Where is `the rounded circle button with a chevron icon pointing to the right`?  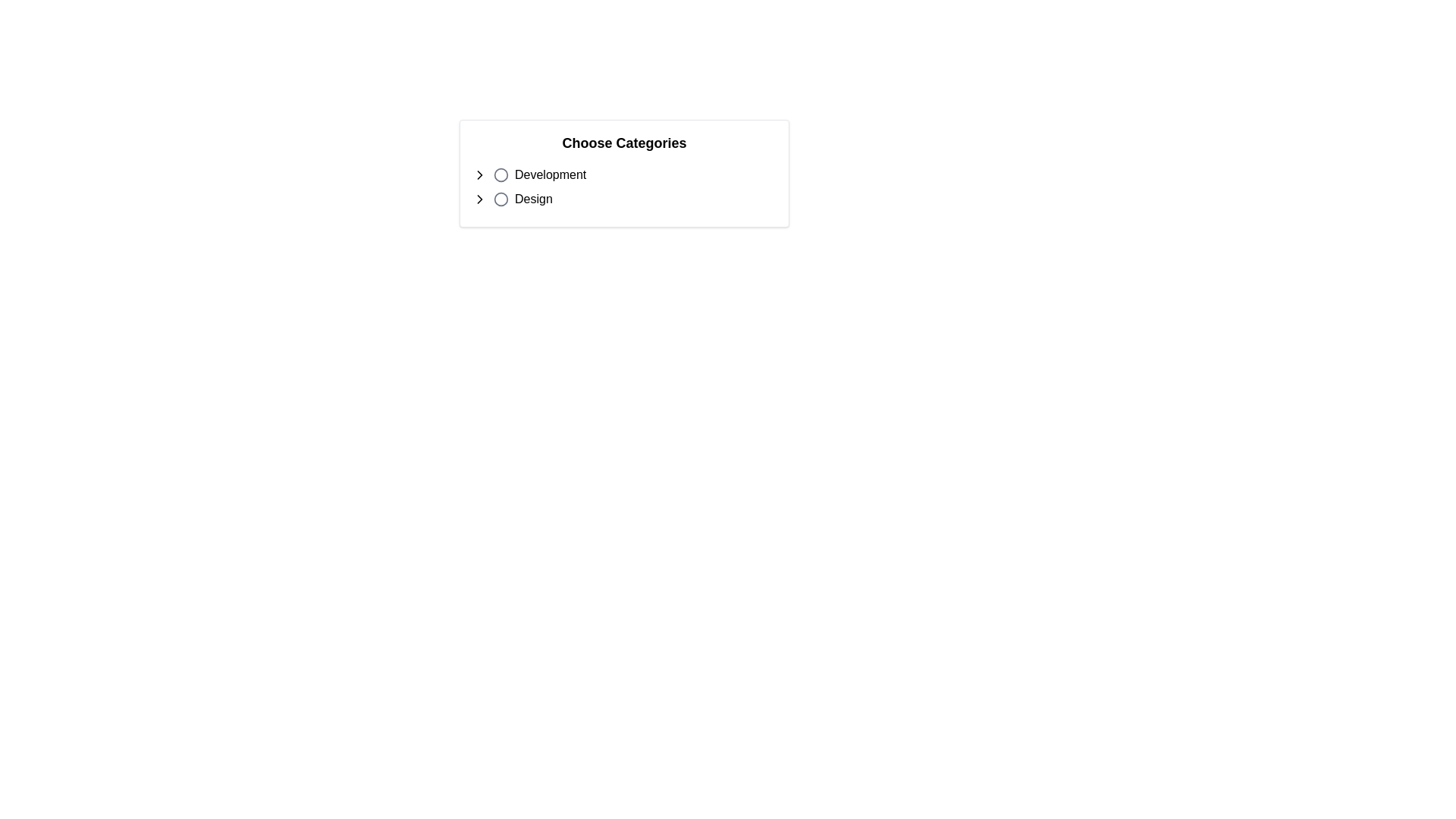
the rounded circle button with a chevron icon pointing to the right is located at coordinates (479, 198).